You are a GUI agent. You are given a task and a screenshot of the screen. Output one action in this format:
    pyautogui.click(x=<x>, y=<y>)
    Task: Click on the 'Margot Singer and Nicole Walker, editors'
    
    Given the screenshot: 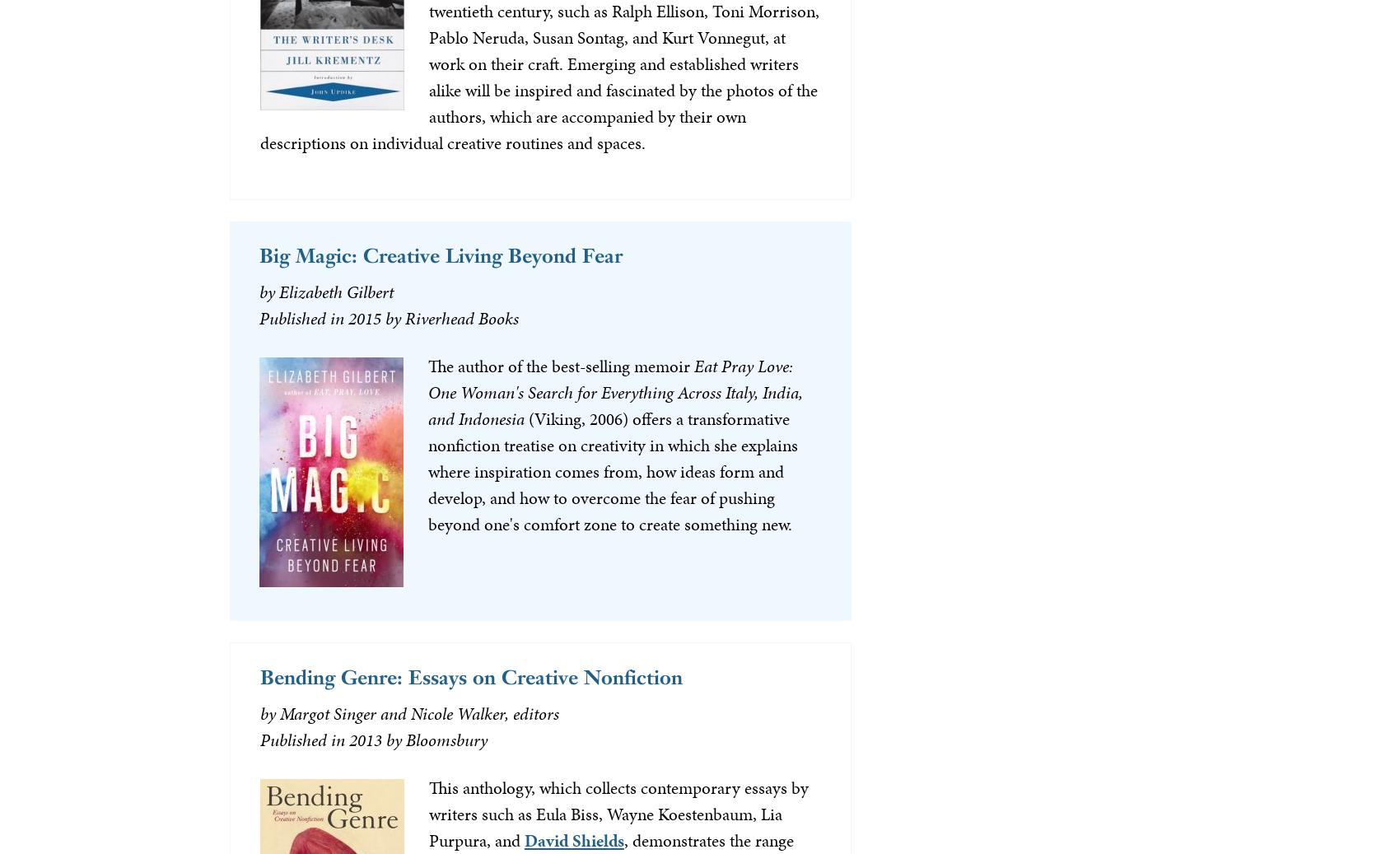 What is the action you would take?
    pyautogui.click(x=418, y=712)
    